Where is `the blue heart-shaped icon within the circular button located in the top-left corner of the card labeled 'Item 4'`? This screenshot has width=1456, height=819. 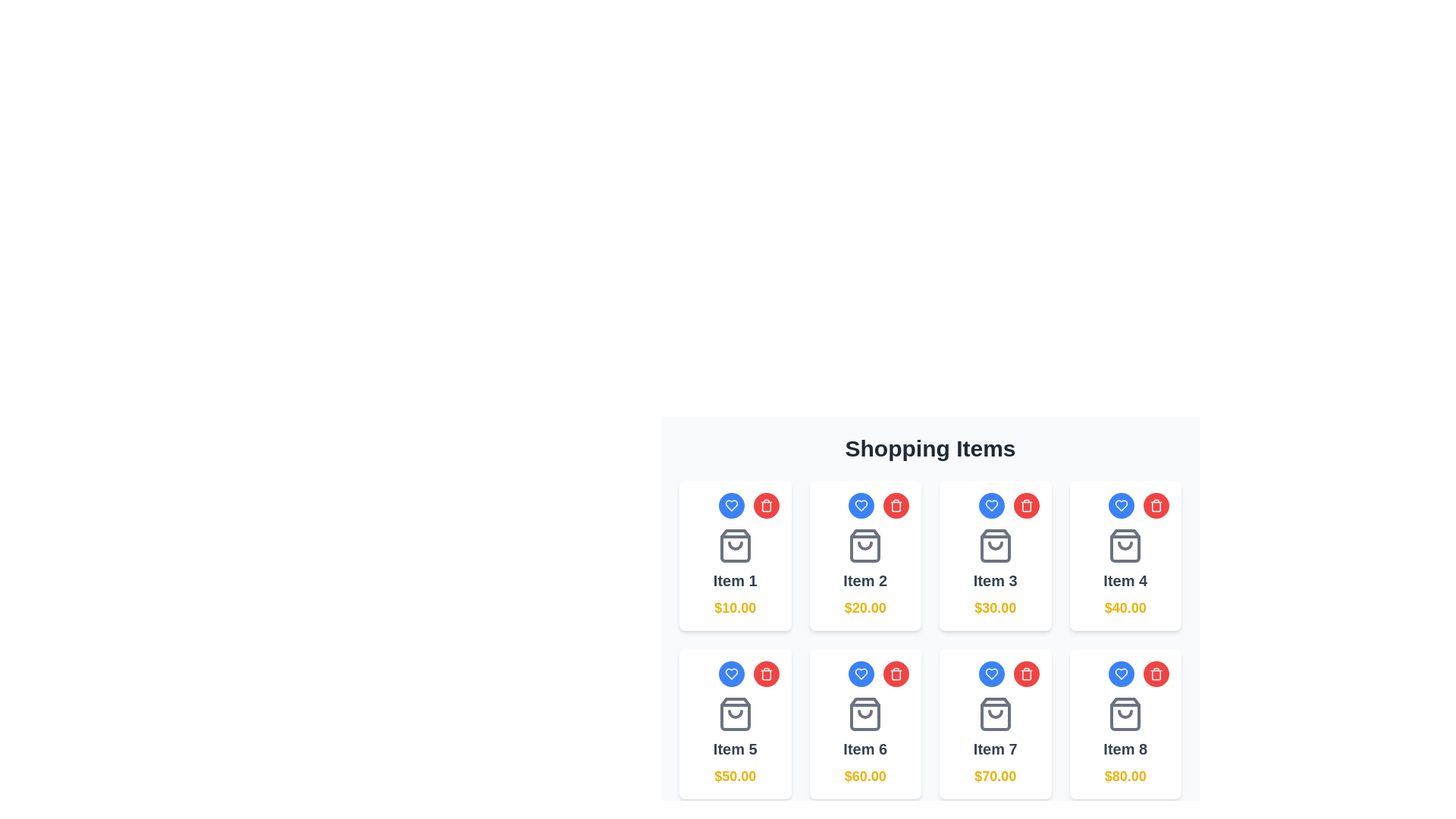 the blue heart-shaped icon within the circular button located in the top-left corner of the card labeled 'Item 4' is located at coordinates (1121, 506).